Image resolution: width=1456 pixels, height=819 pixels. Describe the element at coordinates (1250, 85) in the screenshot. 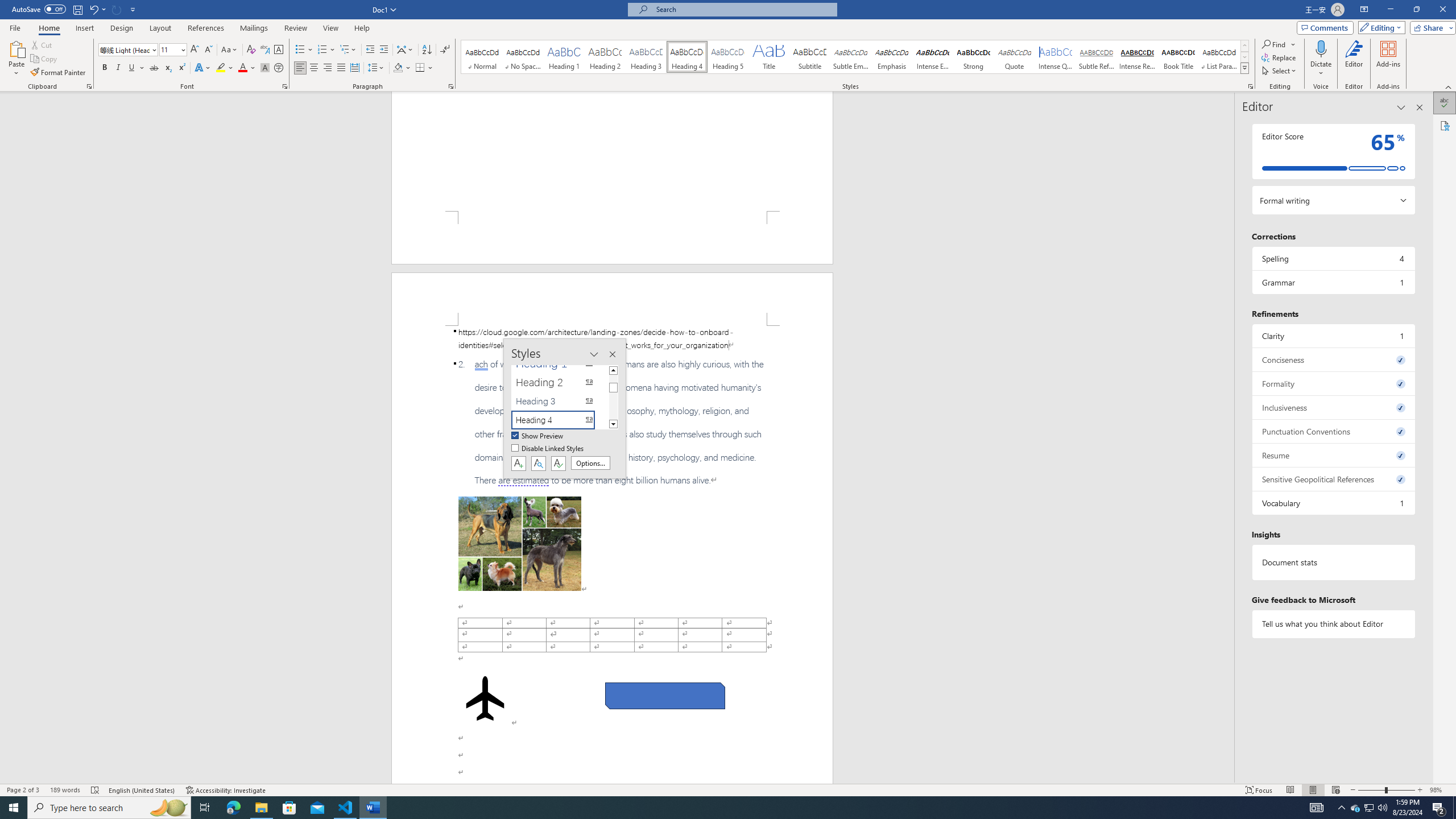

I see `'Styles...'` at that location.